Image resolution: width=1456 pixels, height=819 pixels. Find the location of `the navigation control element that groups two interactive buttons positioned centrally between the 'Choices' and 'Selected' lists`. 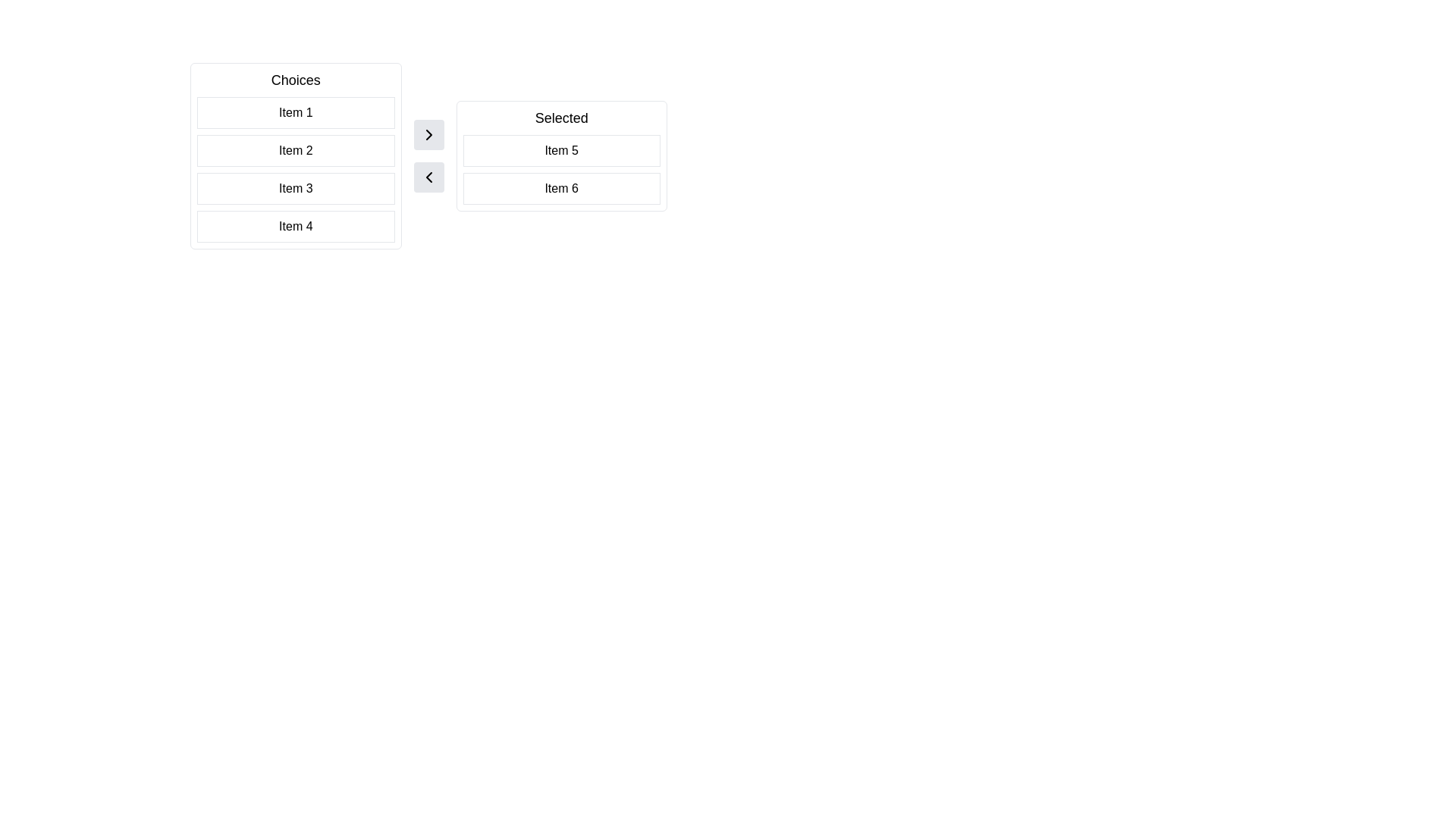

the navigation control element that groups two interactive buttons positioned centrally between the 'Choices' and 'Selected' lists is located at coordinates (428, 155).